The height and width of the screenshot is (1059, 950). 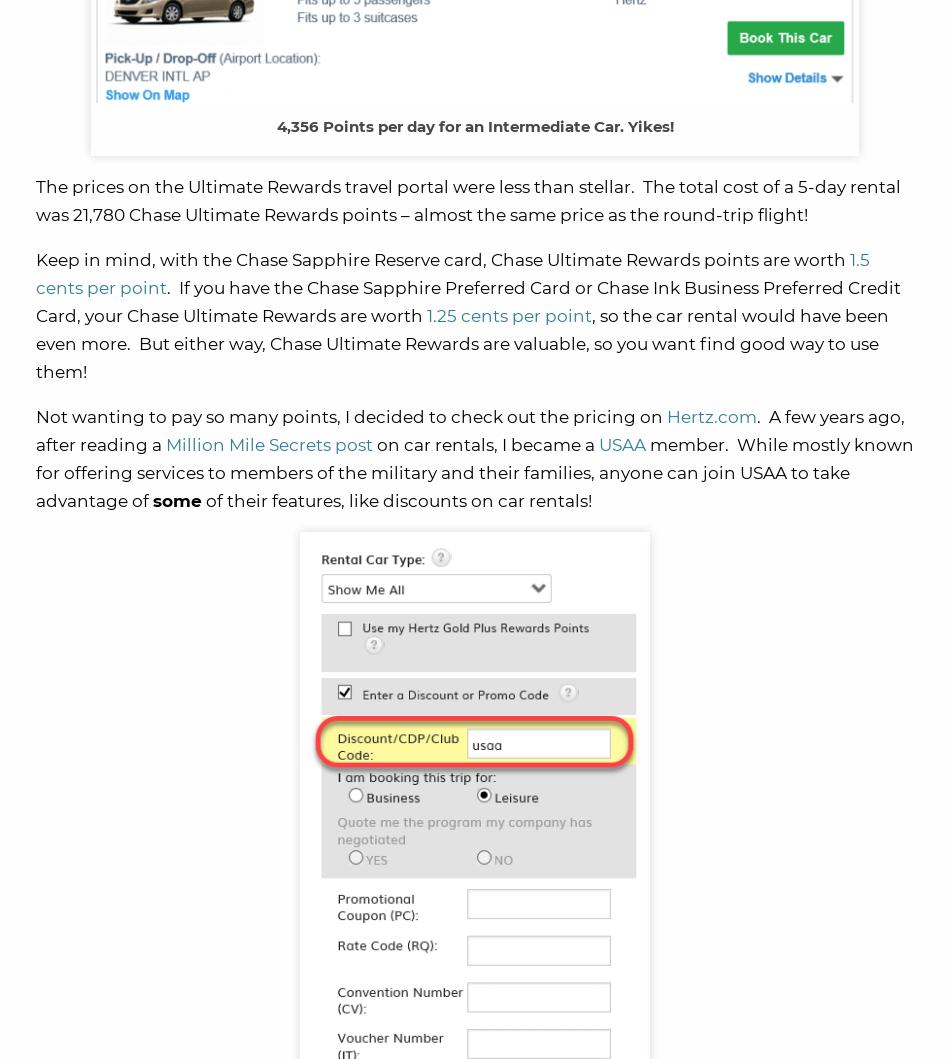 What do you see at coordinates (205, 501) in the screenshot?
I see `'of their features, like discounts on car rentals!'` at bounding box center [205, 501].